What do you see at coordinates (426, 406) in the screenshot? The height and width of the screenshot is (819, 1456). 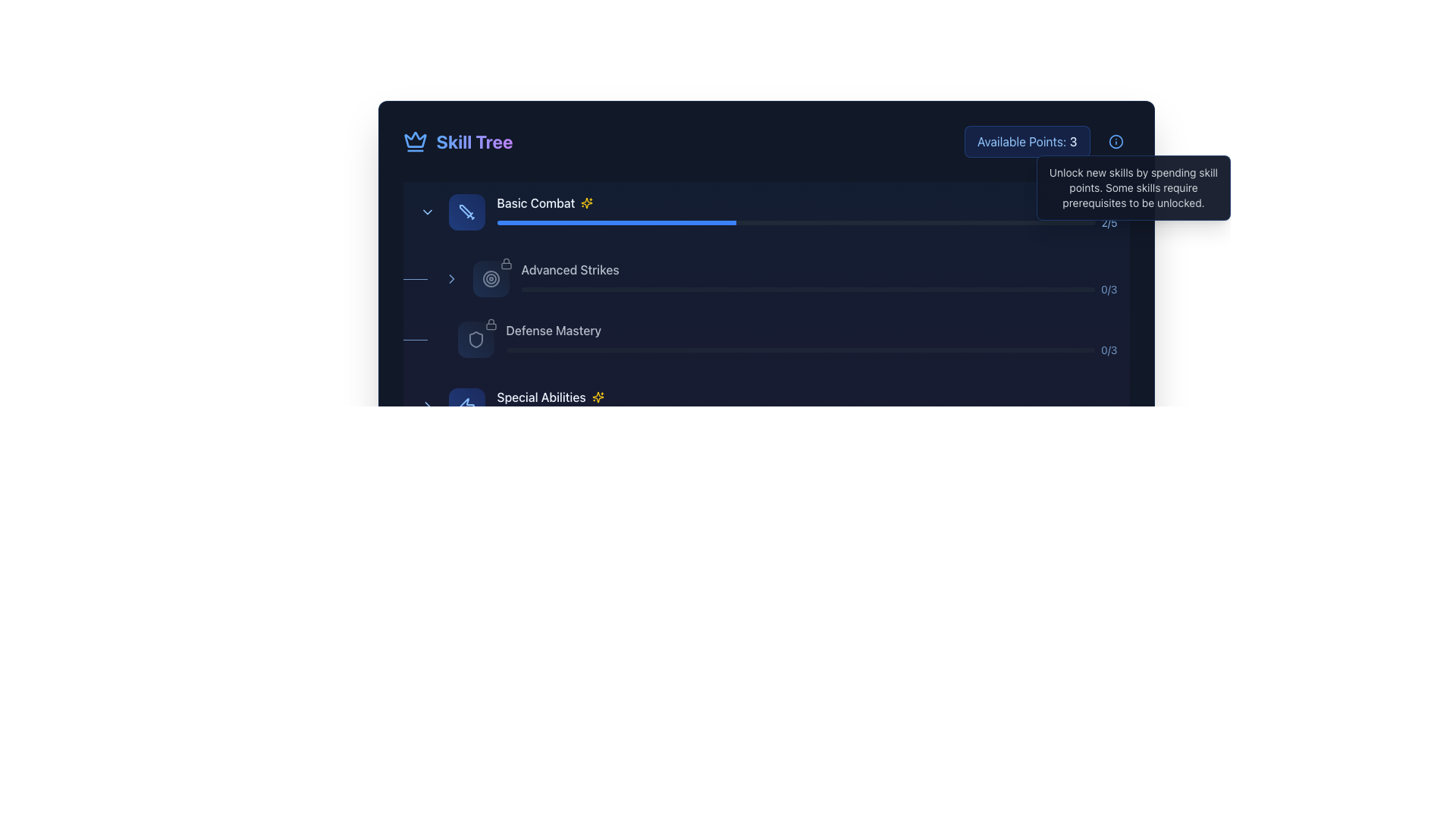 I see `the light blue chevron icon button within the 'Special Abilities' section` at bounding box center [426, 406].